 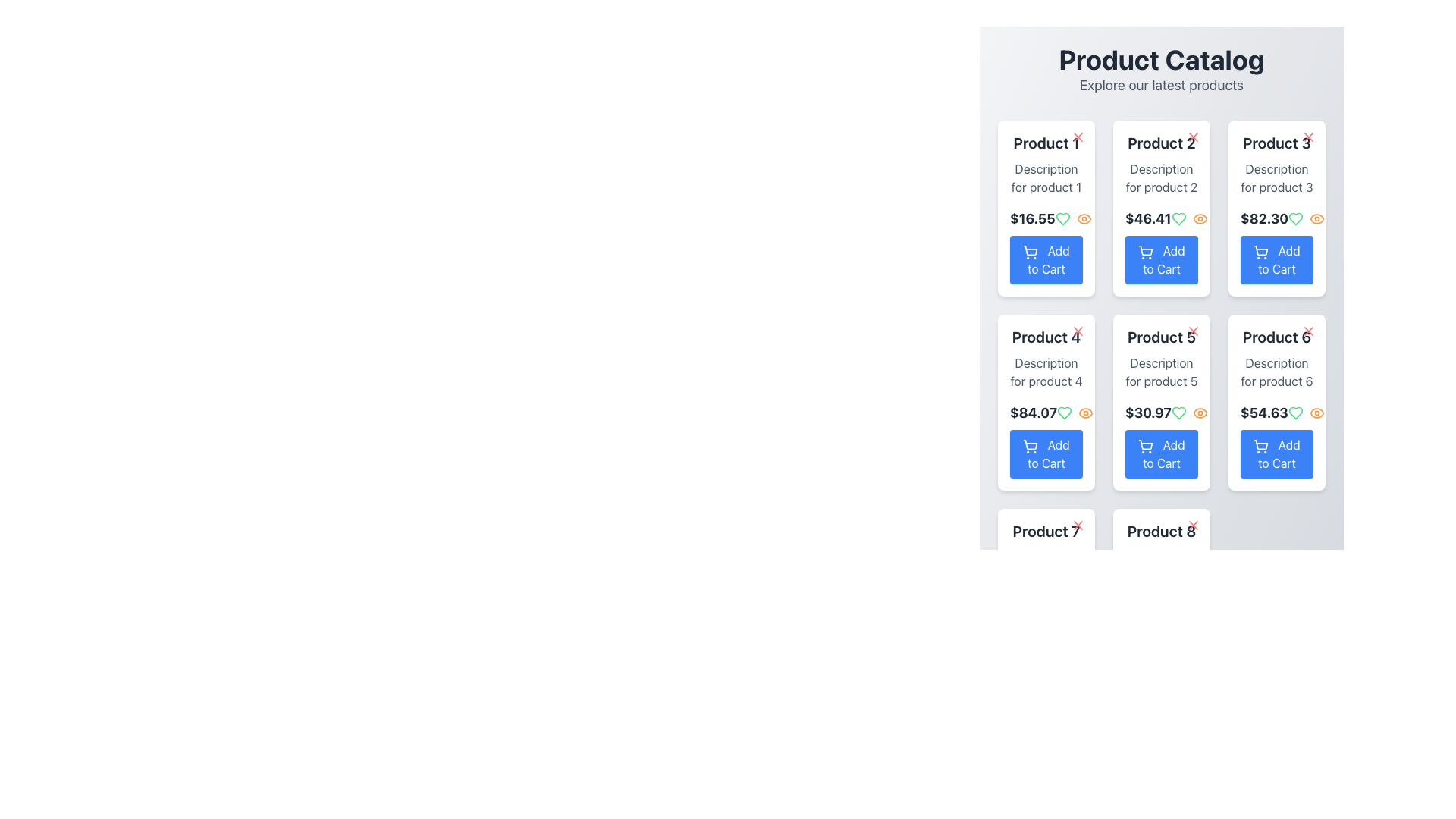 What do you see at coordinates (1148, 219) in the screenshot?
I see `the price text element located within the second card labeled 'Product 2' in the first row of the grid layout` at bounding box center [1148, 219].